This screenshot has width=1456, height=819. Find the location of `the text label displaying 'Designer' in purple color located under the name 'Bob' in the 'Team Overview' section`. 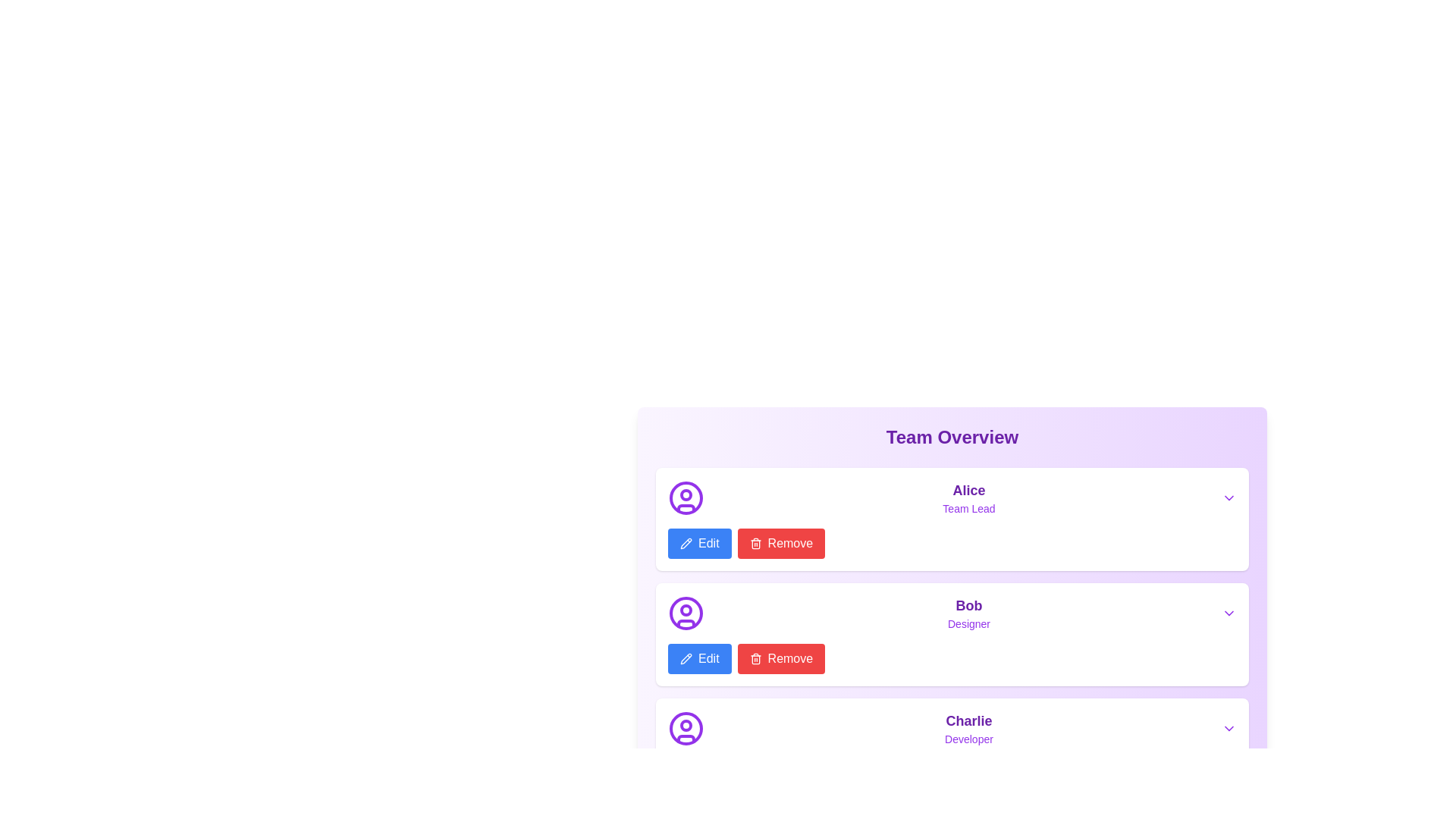

the text label displaying 'Designer' in purple color located under the name 'Bob' in the 'Team Overview' section is located at coordinates (968, 623).